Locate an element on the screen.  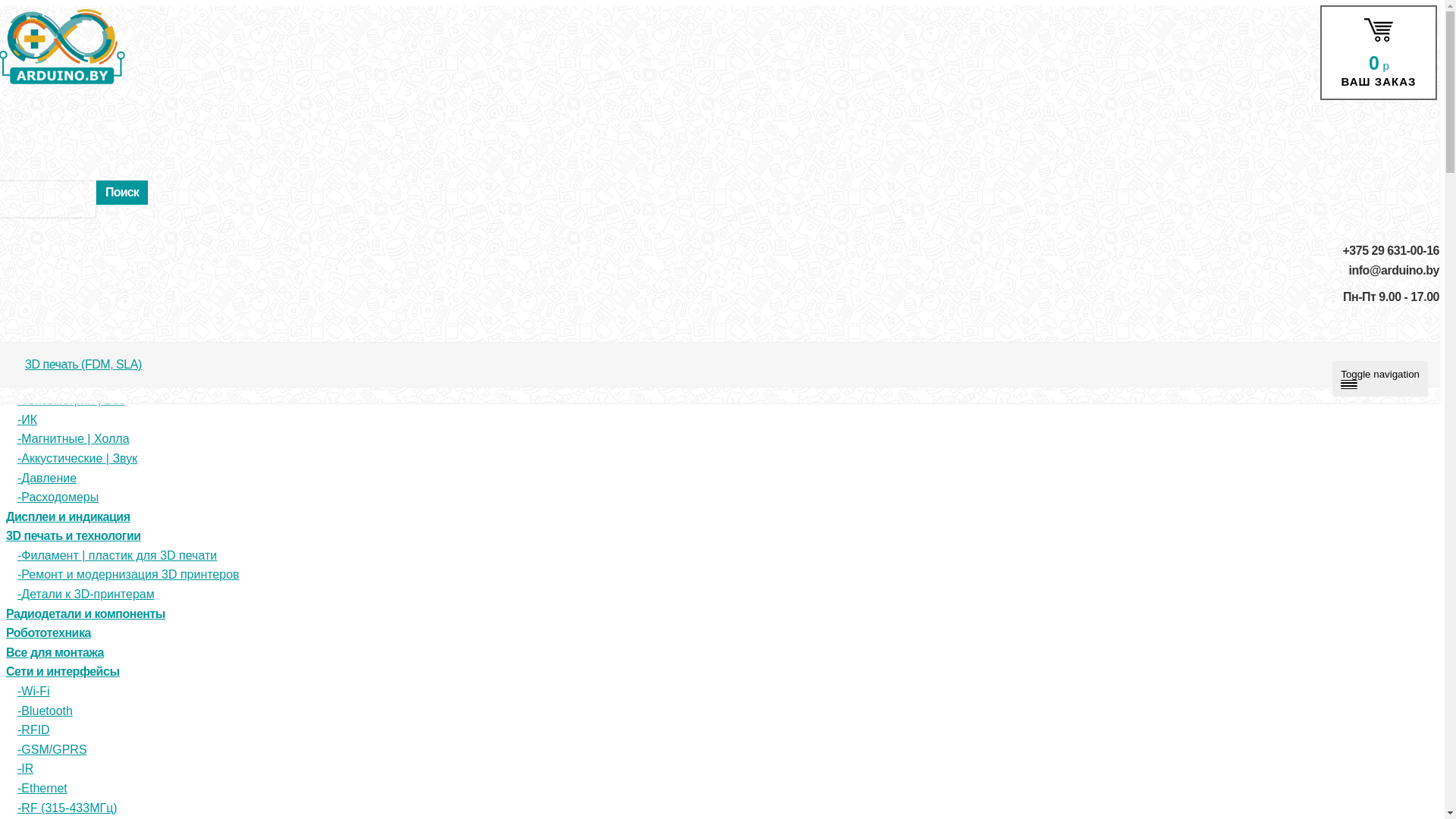
'Bluetooth' is located at coordinates (45, 711).